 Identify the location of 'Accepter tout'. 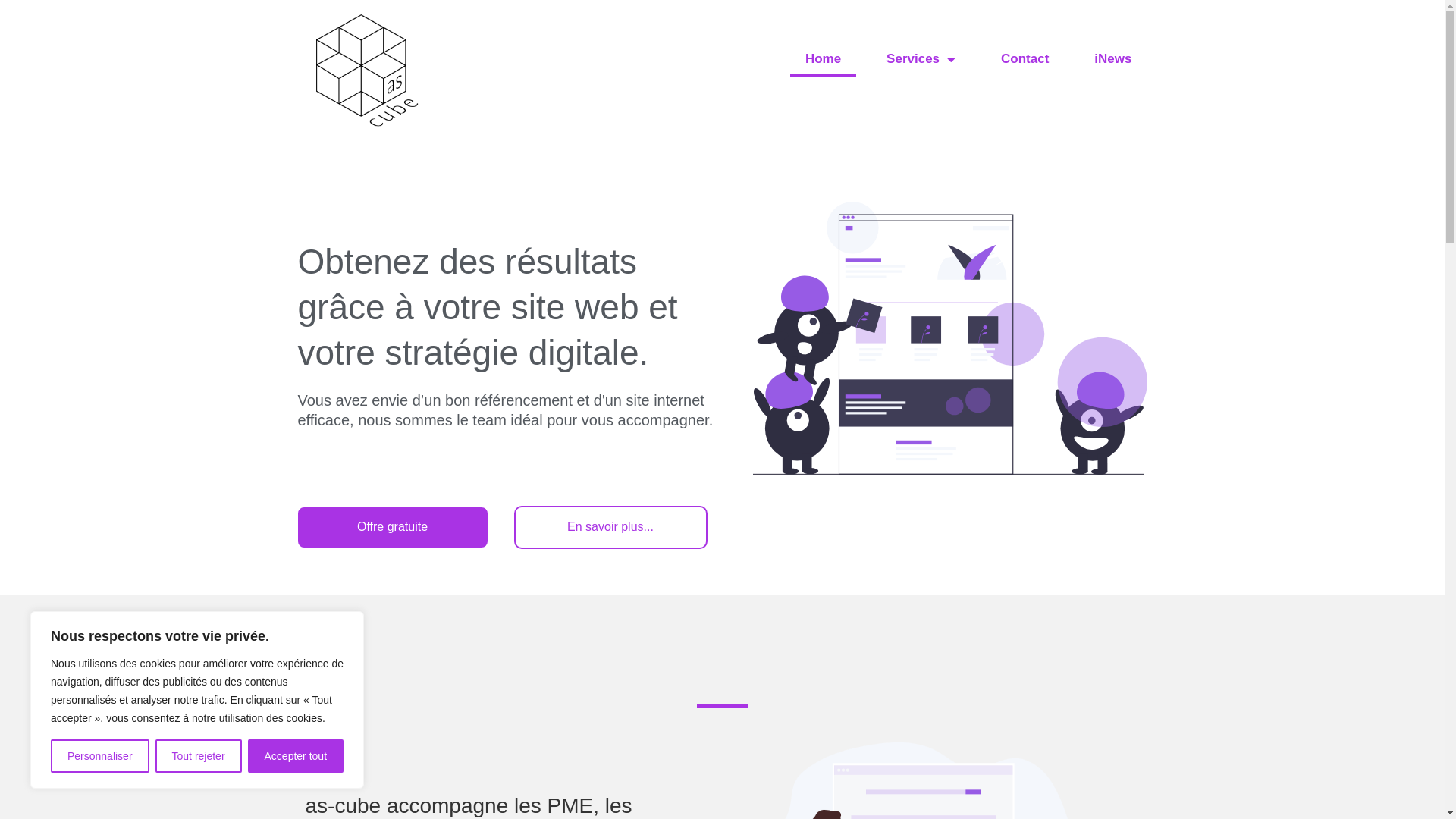
(295, 755).